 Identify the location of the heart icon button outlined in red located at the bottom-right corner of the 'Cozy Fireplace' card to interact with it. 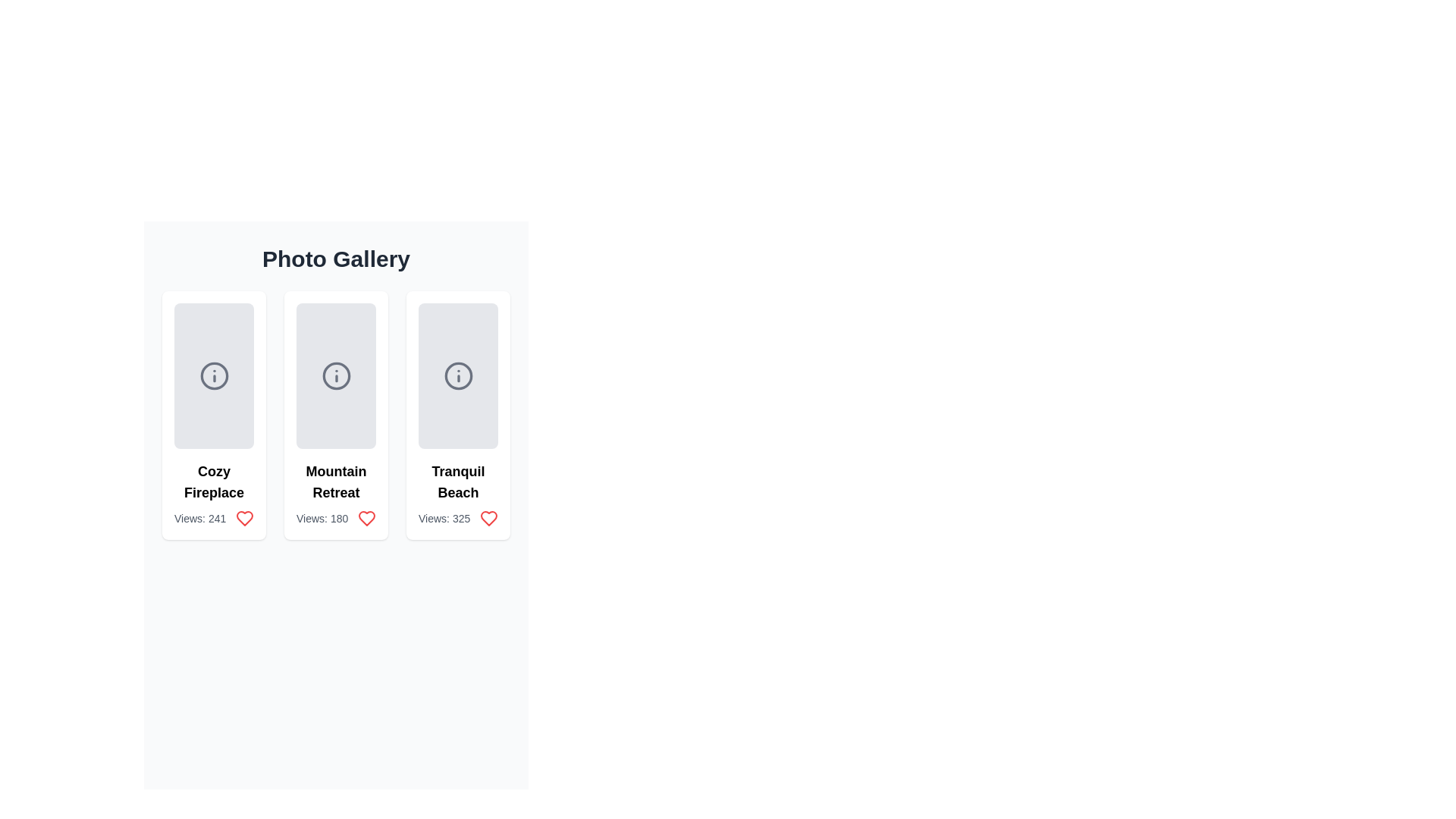
(244, 517).